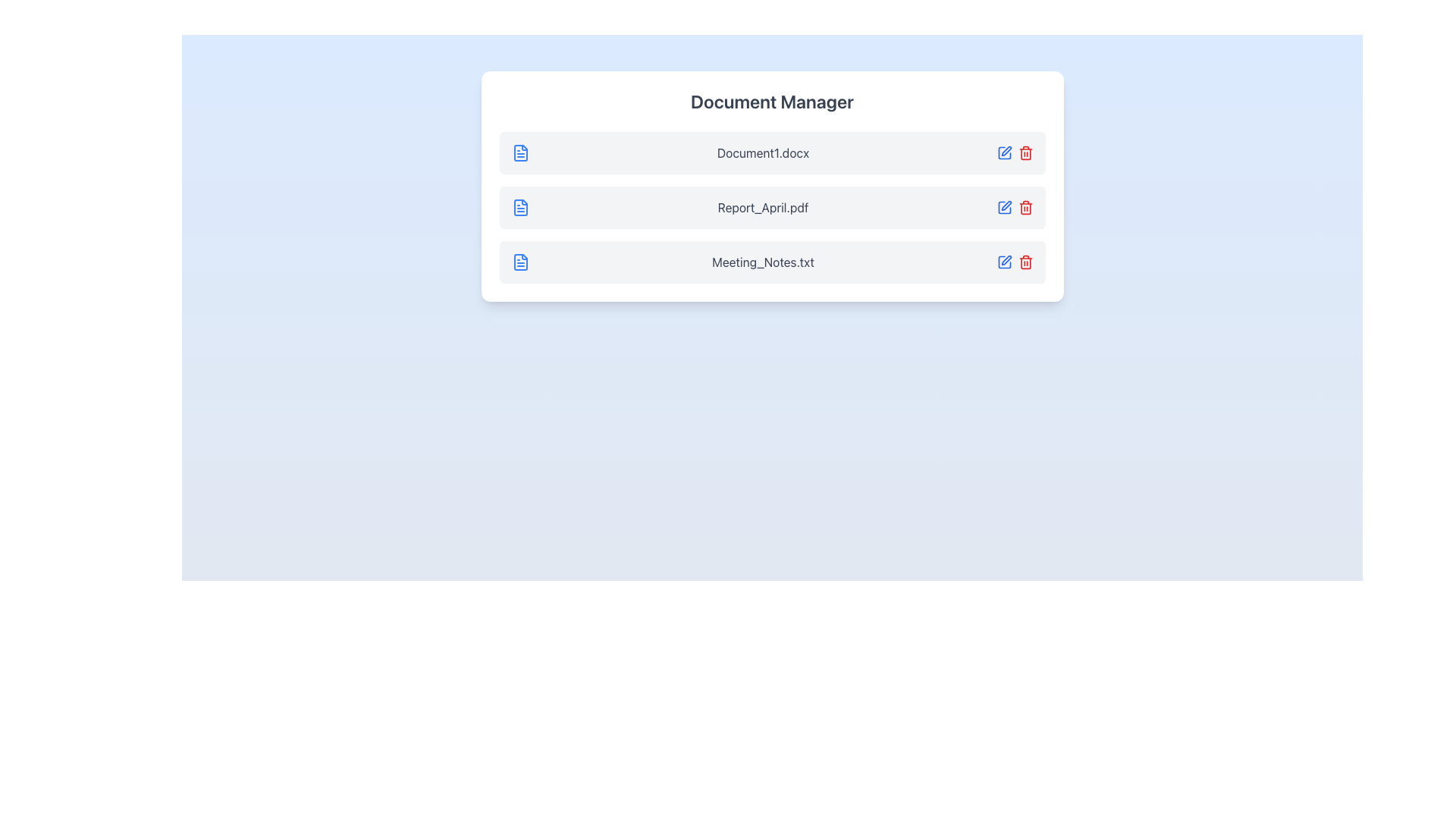  I want to click on the text label displaying the filename 'Document1.docx', so click(763, 152).